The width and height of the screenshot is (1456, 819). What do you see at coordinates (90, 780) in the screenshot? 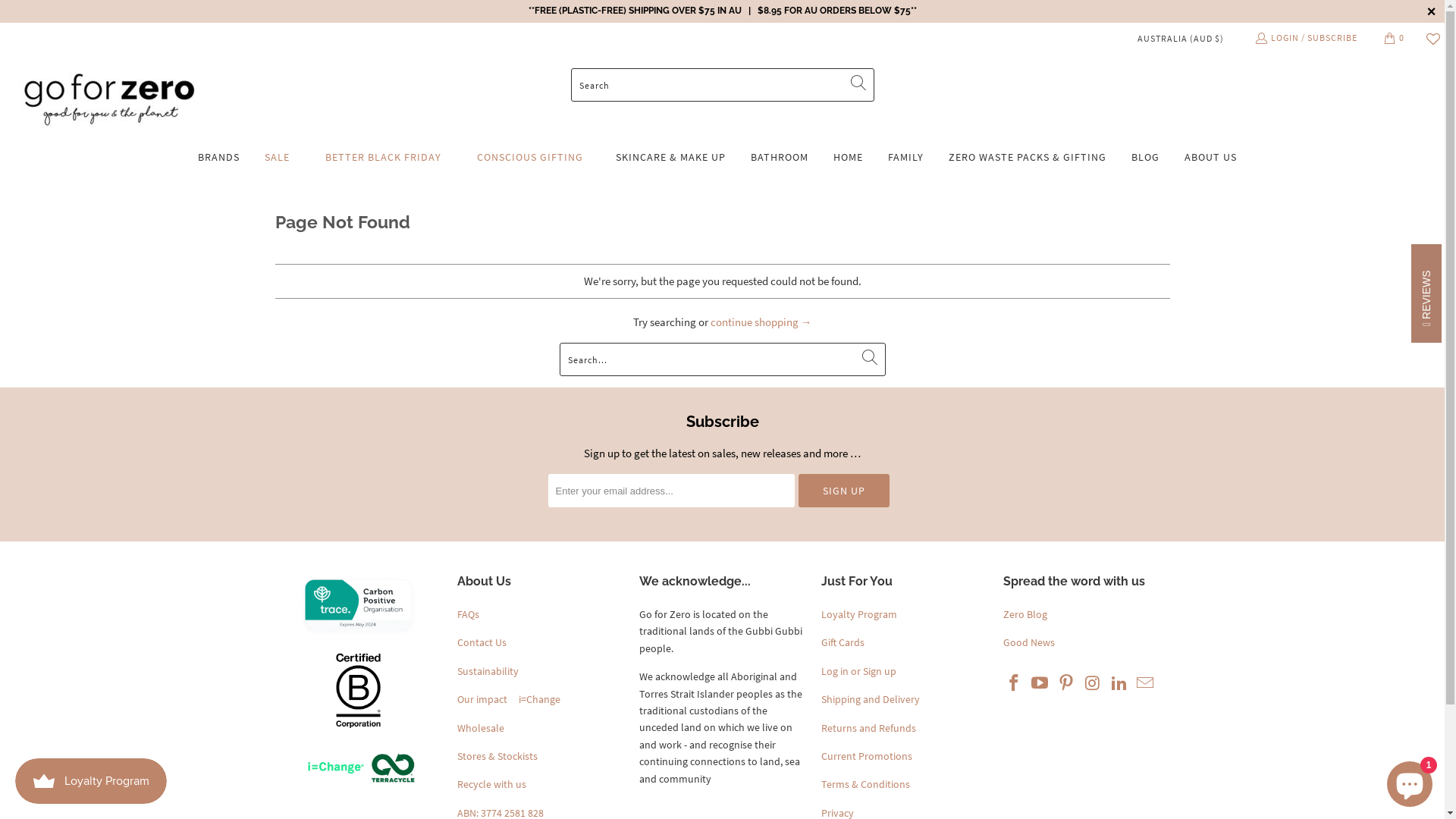
I see `'Smile.io Rewards Program Launcher'` at bounding box center [90, 780].